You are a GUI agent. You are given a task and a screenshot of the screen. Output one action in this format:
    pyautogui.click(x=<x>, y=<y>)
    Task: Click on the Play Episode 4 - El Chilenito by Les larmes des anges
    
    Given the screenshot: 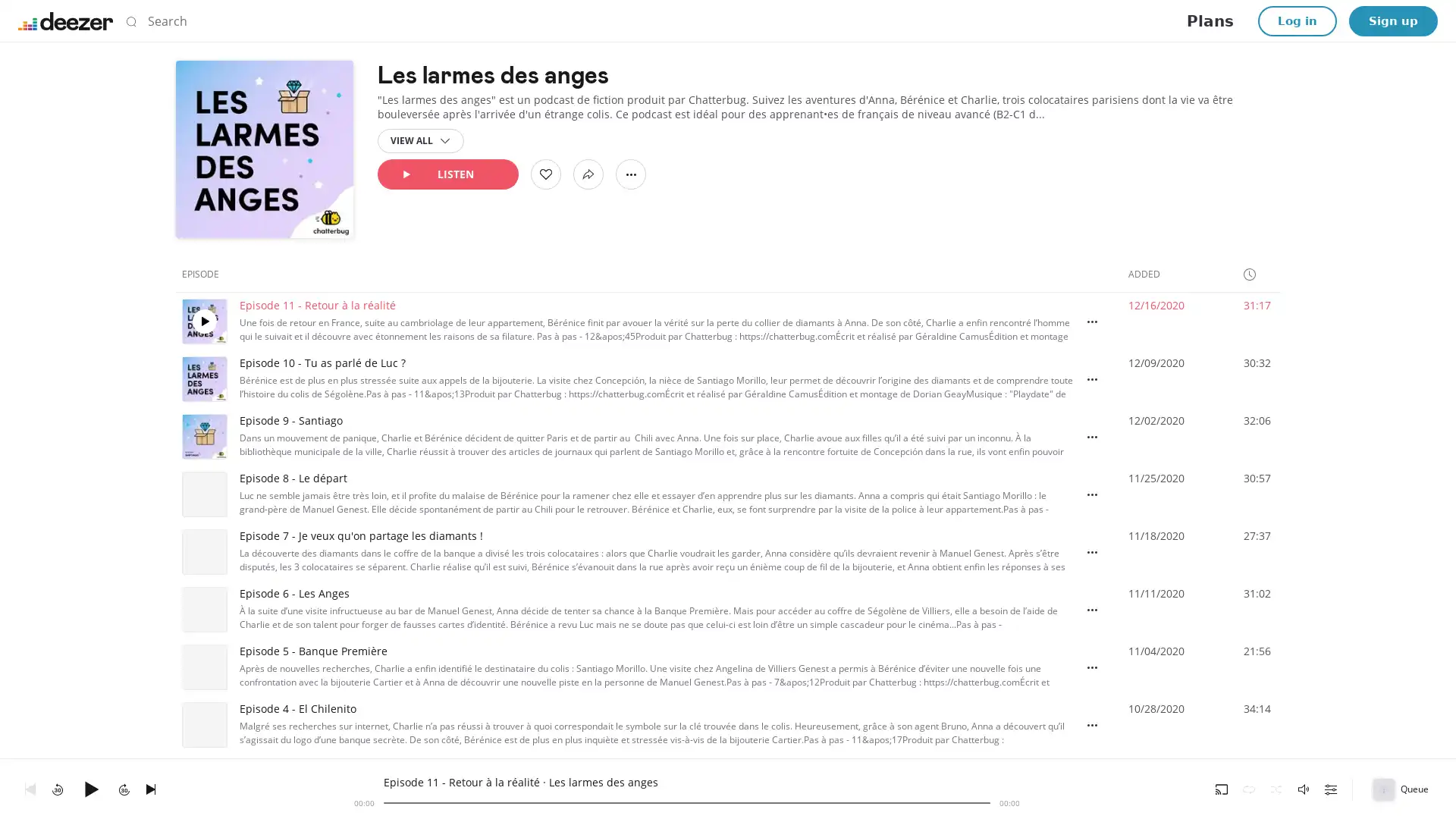 What is the action you would take?
    pyautogui.click(x=203, y=724)
    